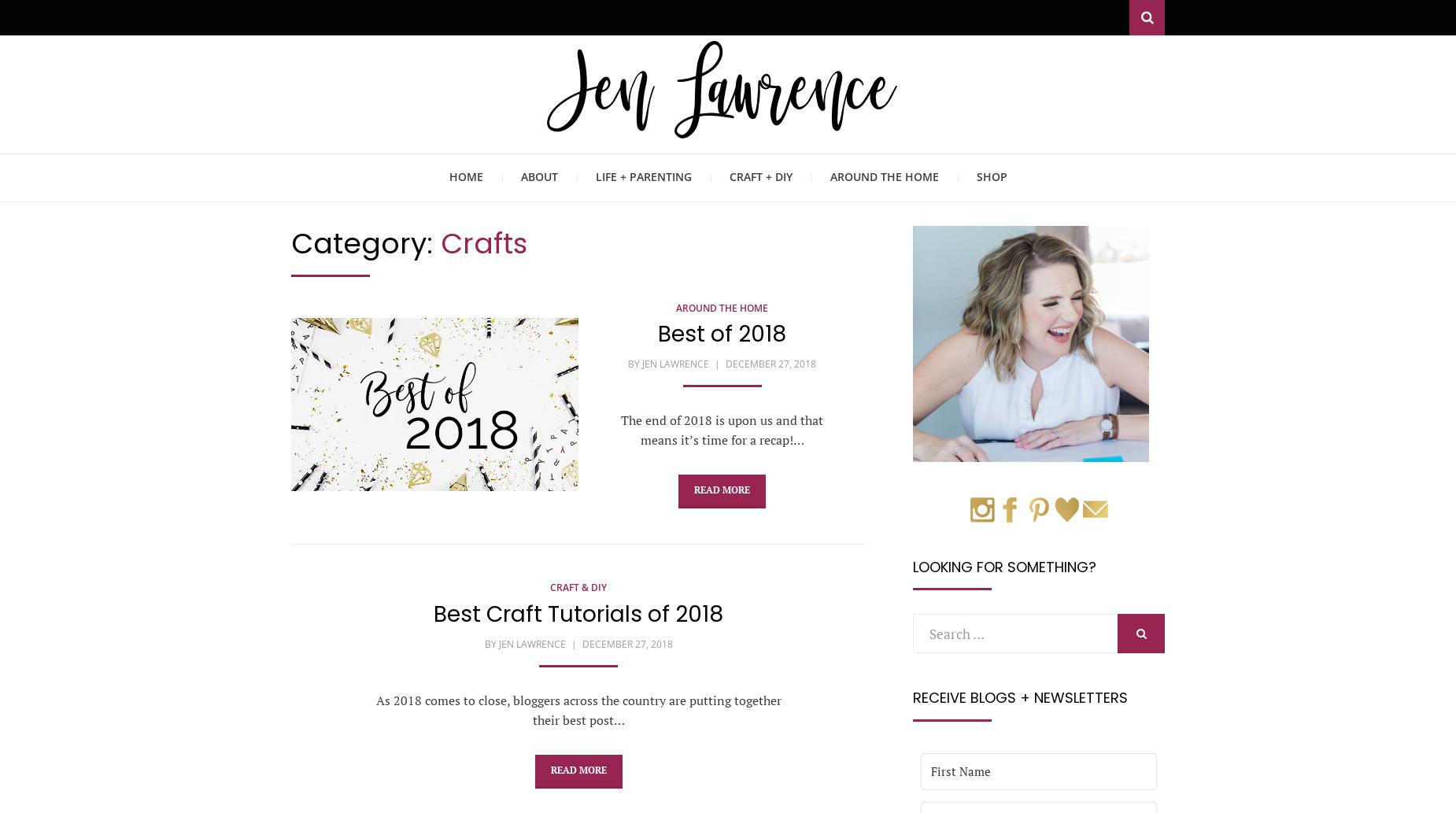  I want to click on 'Receive Blogs + Newsletters', so click(1019, 697).